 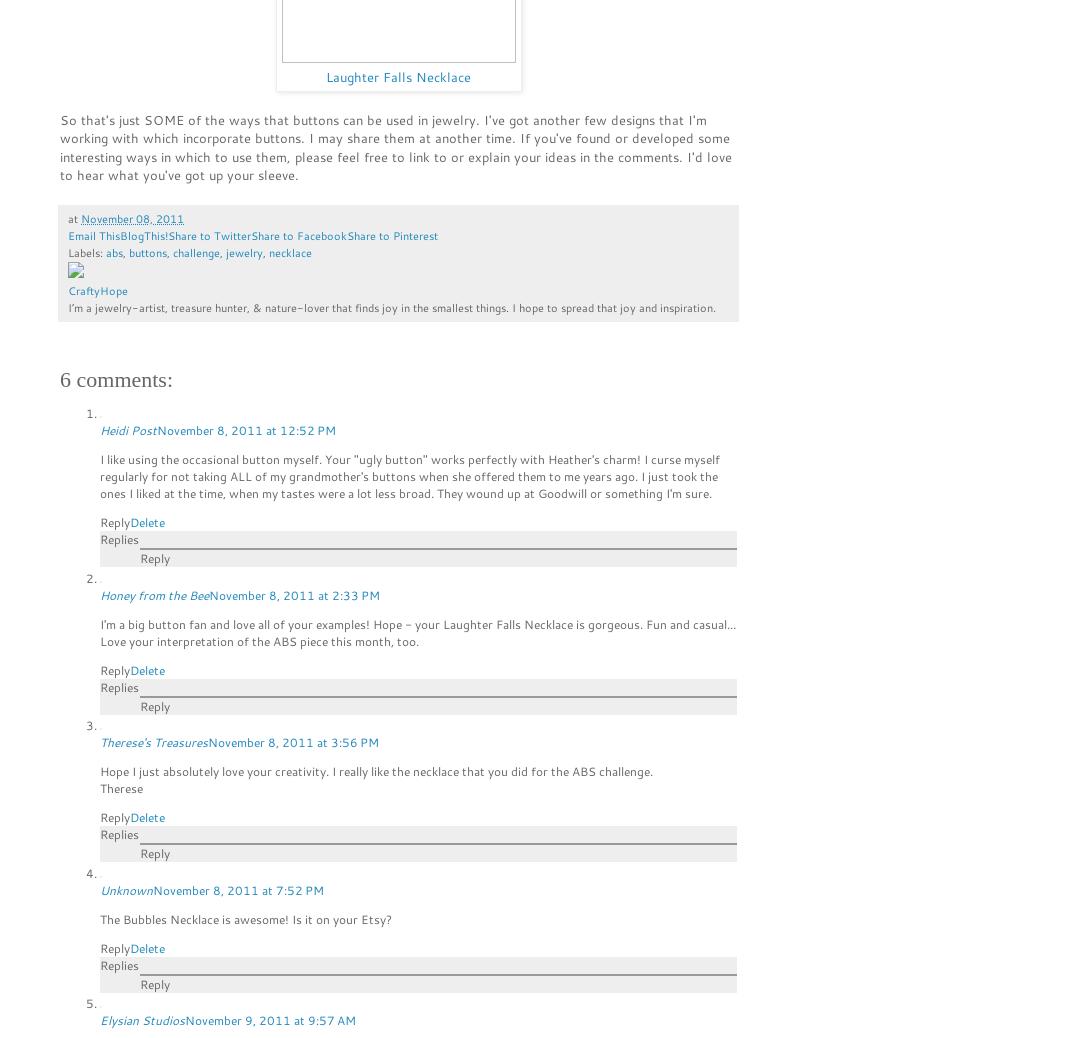 I want to click on 'Laughter Falls Necklace', so click(x=397, y=74).